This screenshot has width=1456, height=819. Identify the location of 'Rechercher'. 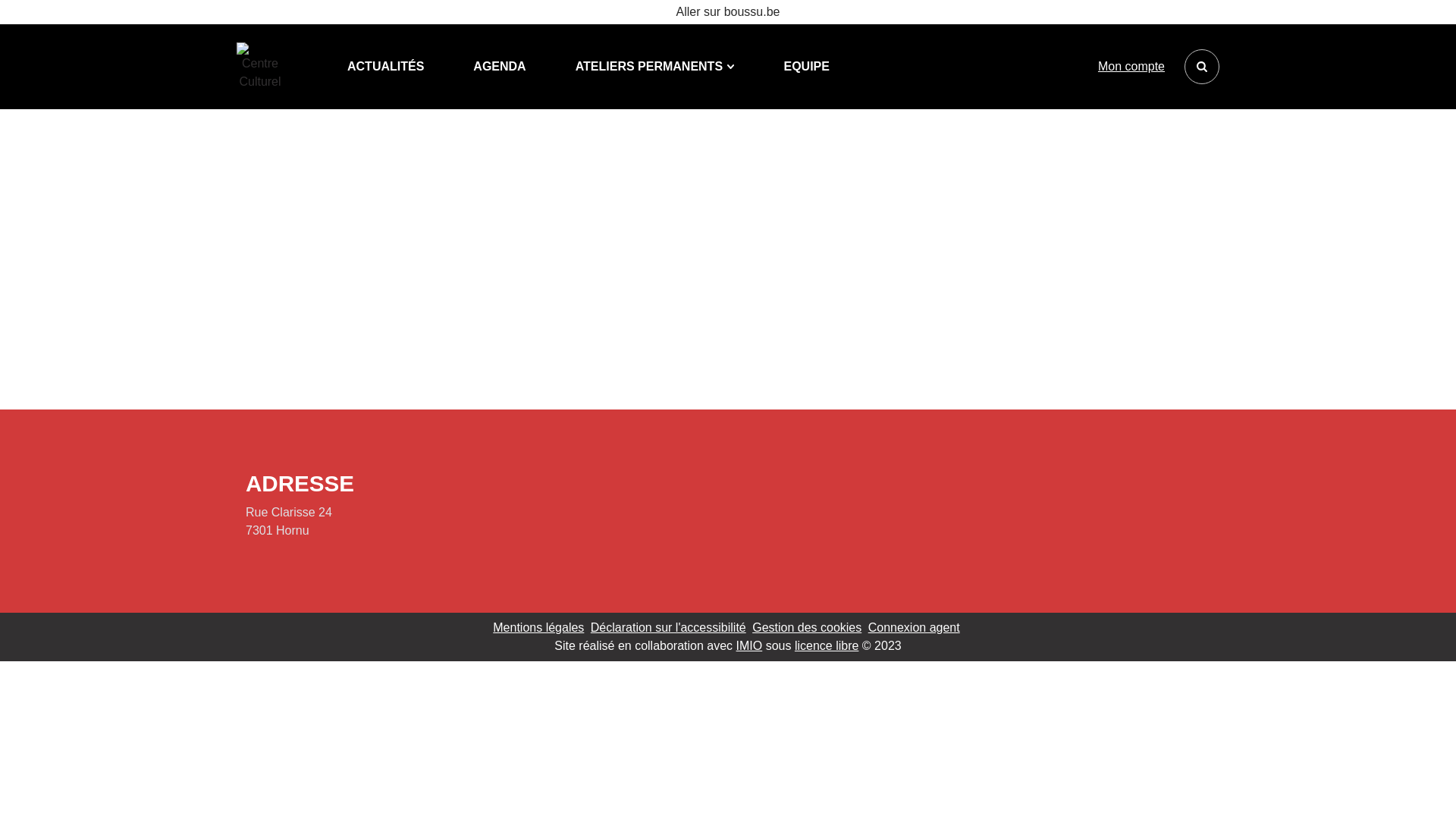
(1200, 66).